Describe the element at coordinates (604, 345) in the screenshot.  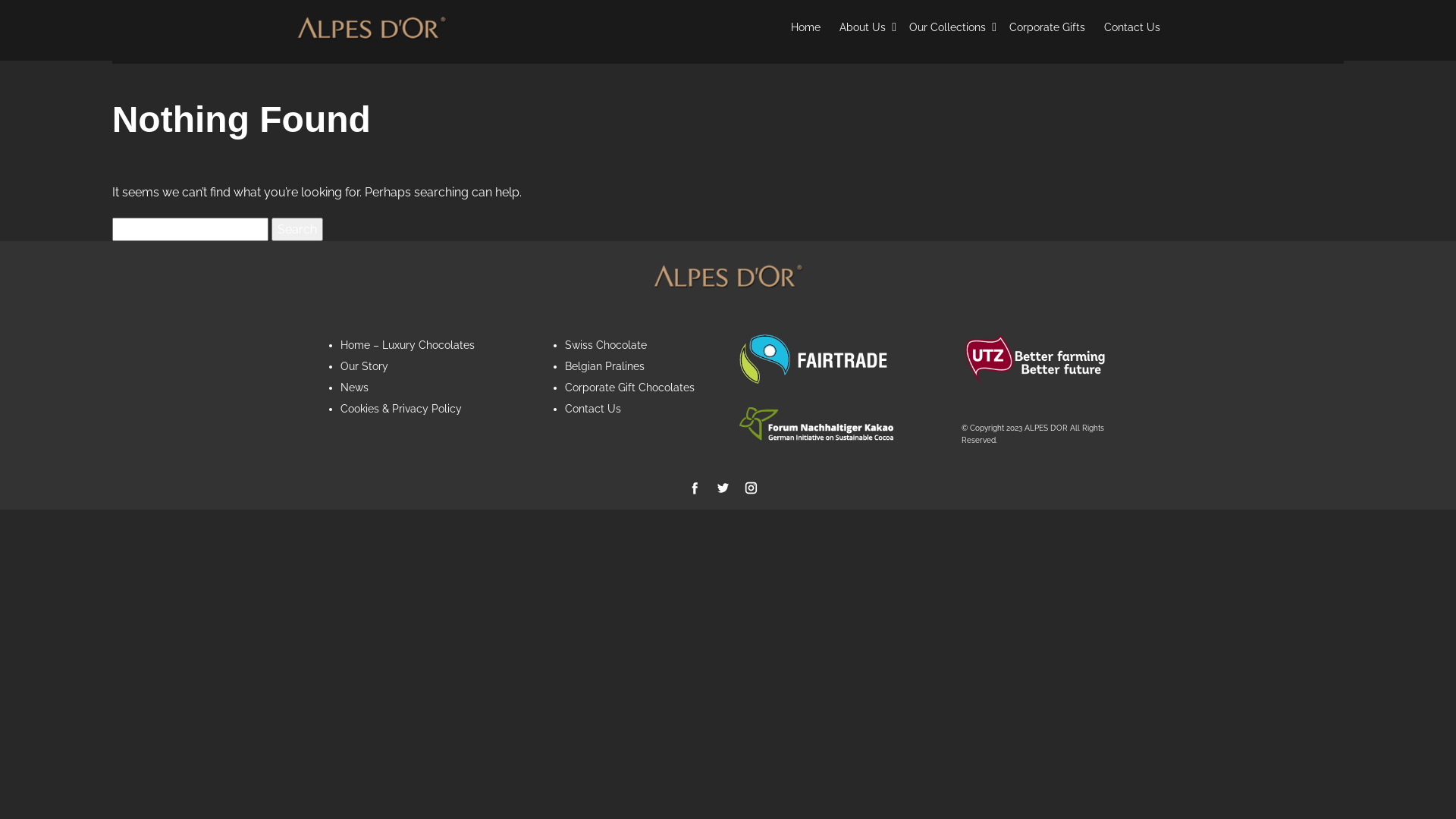
I see `'Swiss Chocolate'` at that location.